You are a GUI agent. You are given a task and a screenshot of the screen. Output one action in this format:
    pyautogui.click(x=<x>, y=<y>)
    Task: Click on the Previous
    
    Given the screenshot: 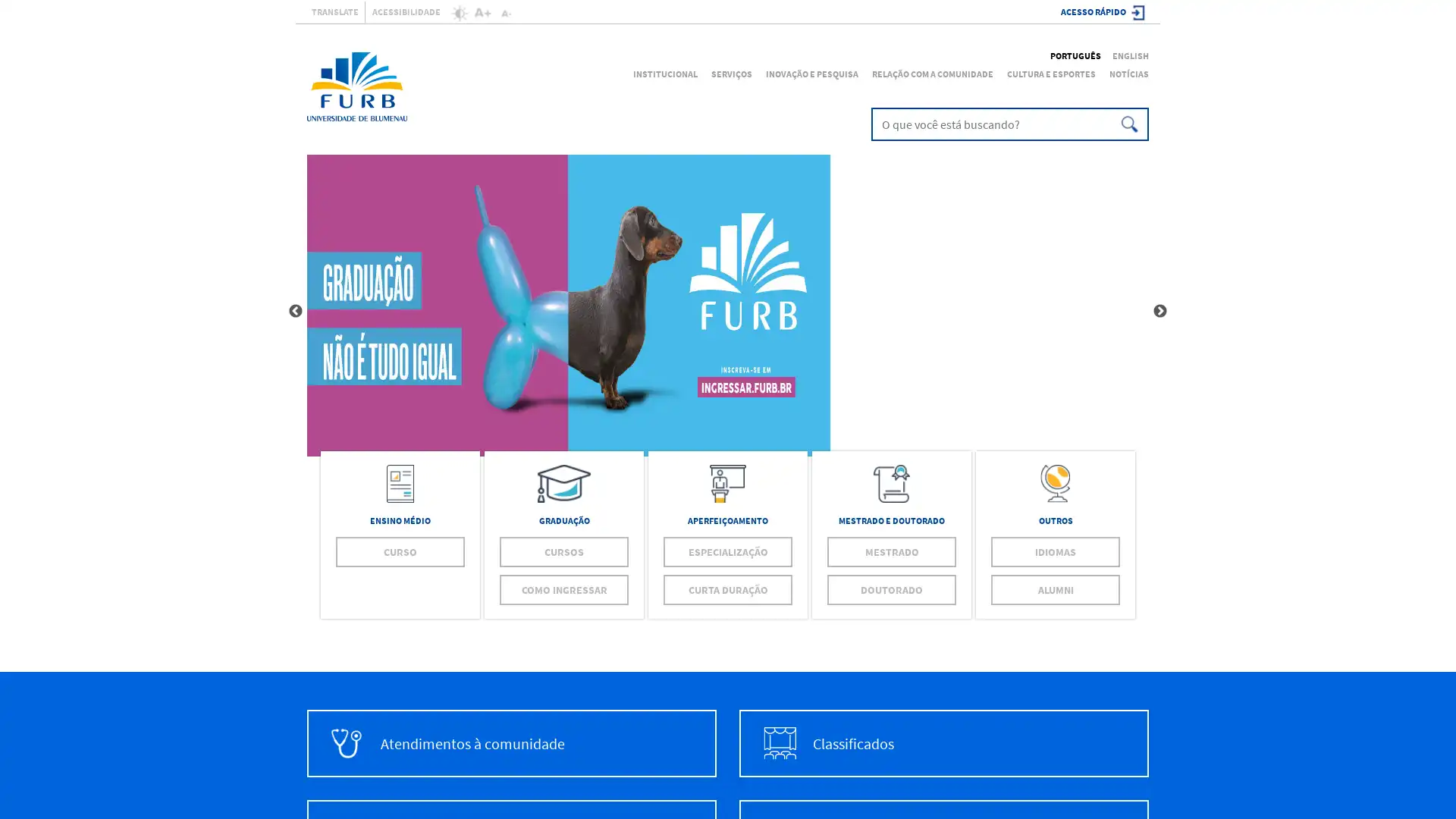 What is the action you would take?
    pyautogui.click(x=295, y=311)
    